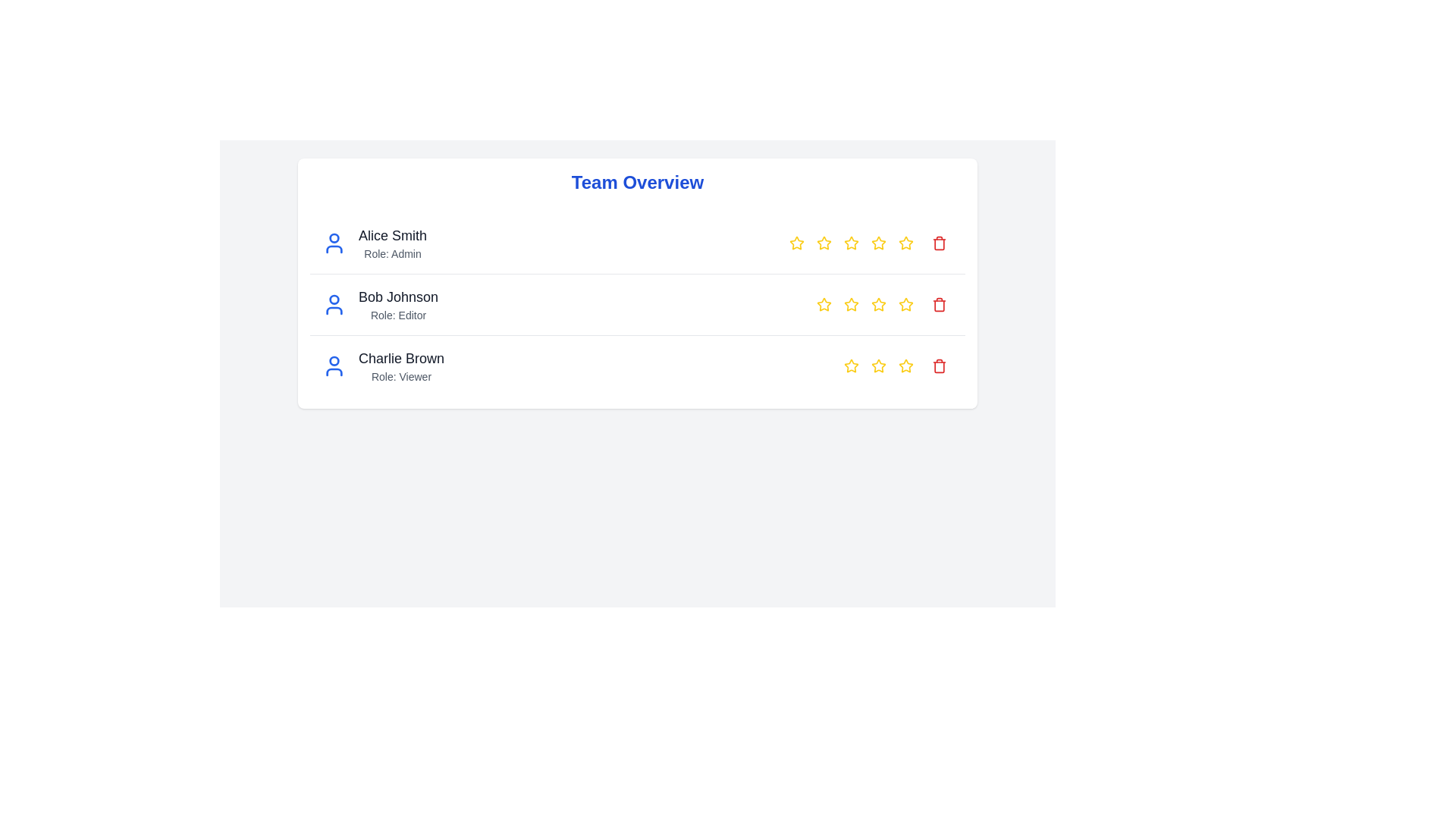 The image size is (1456, 819). What do you see at coordinates (401, 376) in the screenshot?
I see `the static text label that displays the role associated with 'Charlie Brown', positioned below the 'Charlie Brown' label in the information card` at bounding box center [401, 376].